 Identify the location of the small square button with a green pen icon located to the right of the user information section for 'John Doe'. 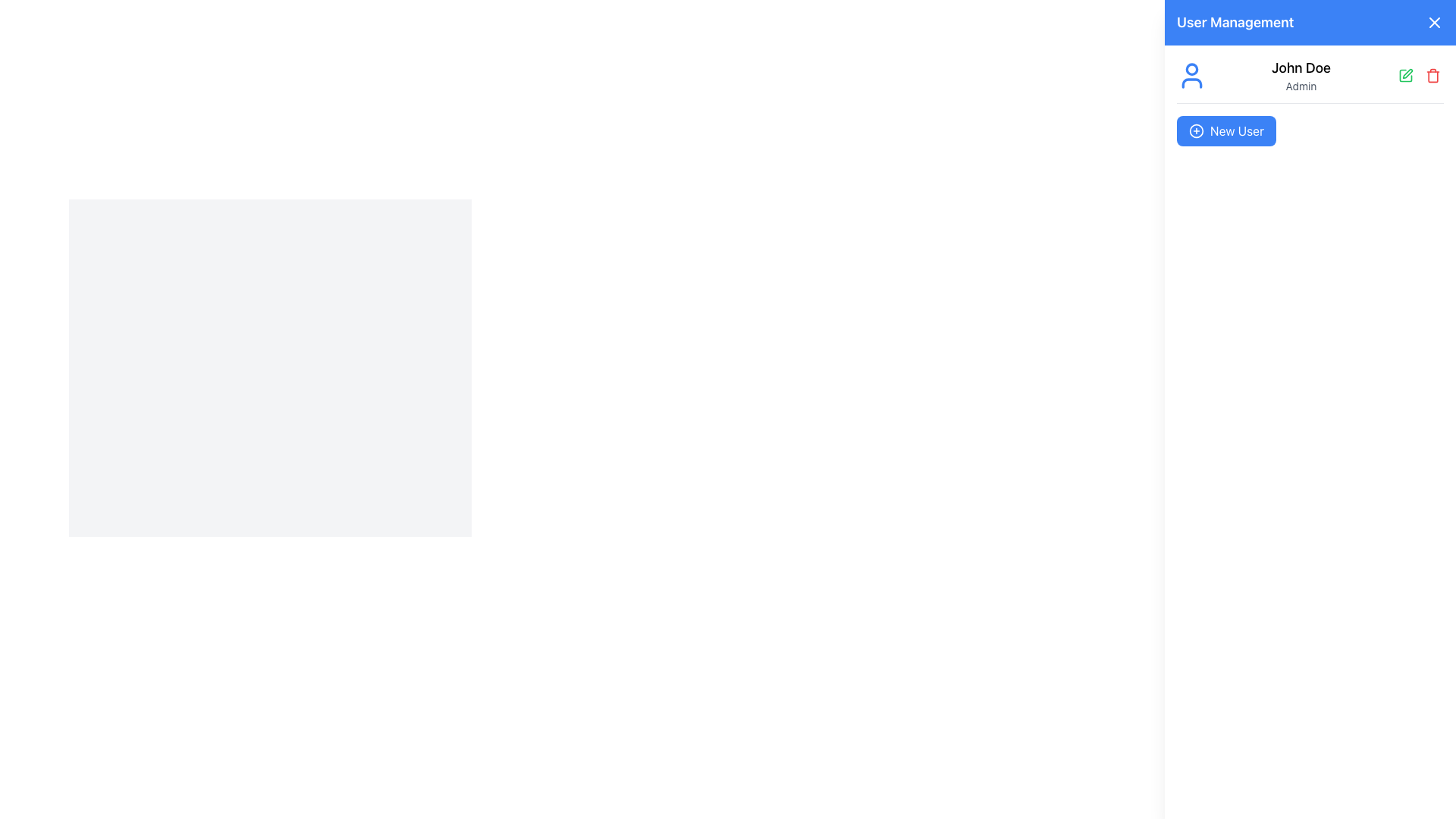
(1404, 76).